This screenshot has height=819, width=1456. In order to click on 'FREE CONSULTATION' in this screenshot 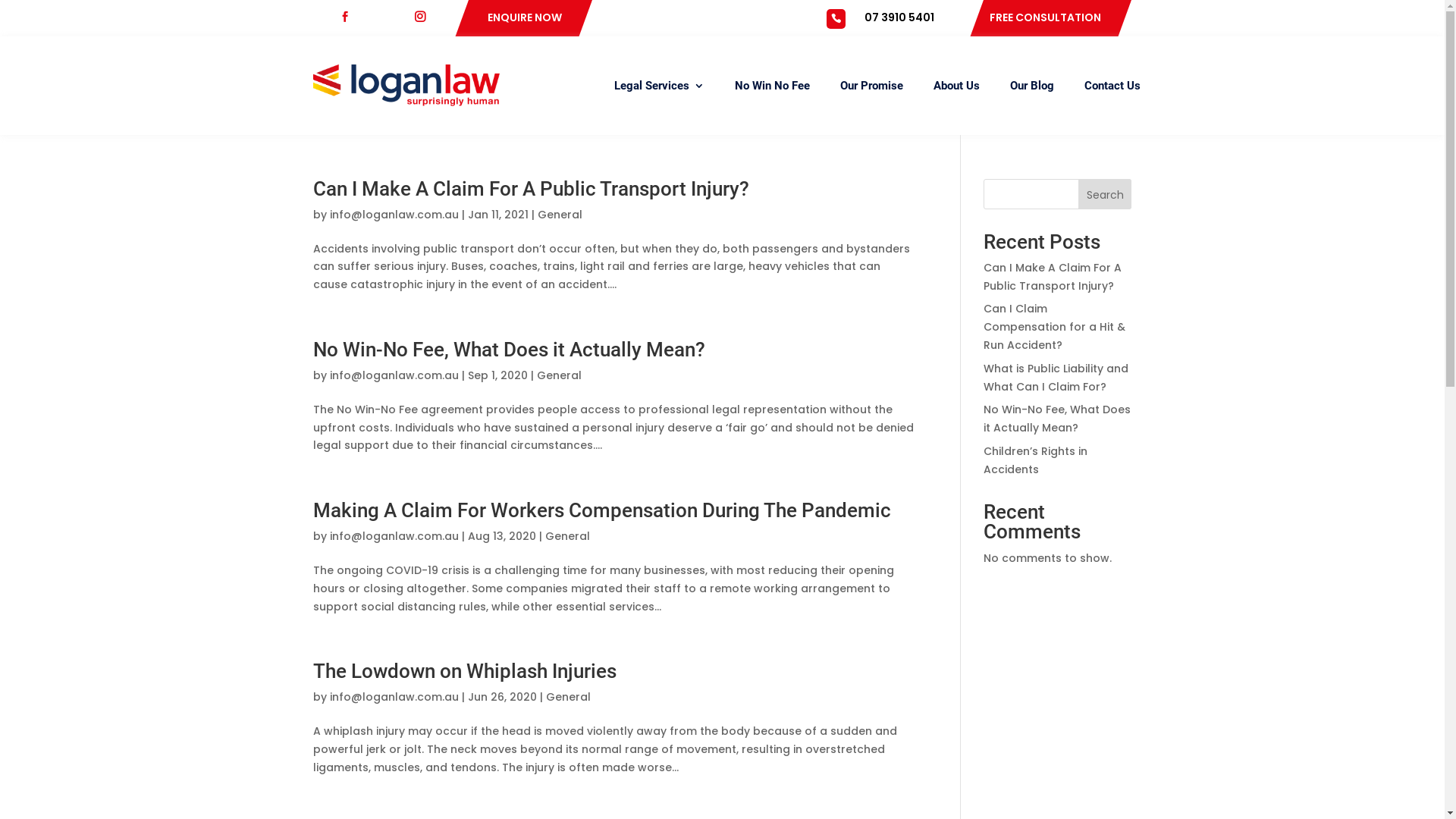, I will do `click(1044, 17)`.